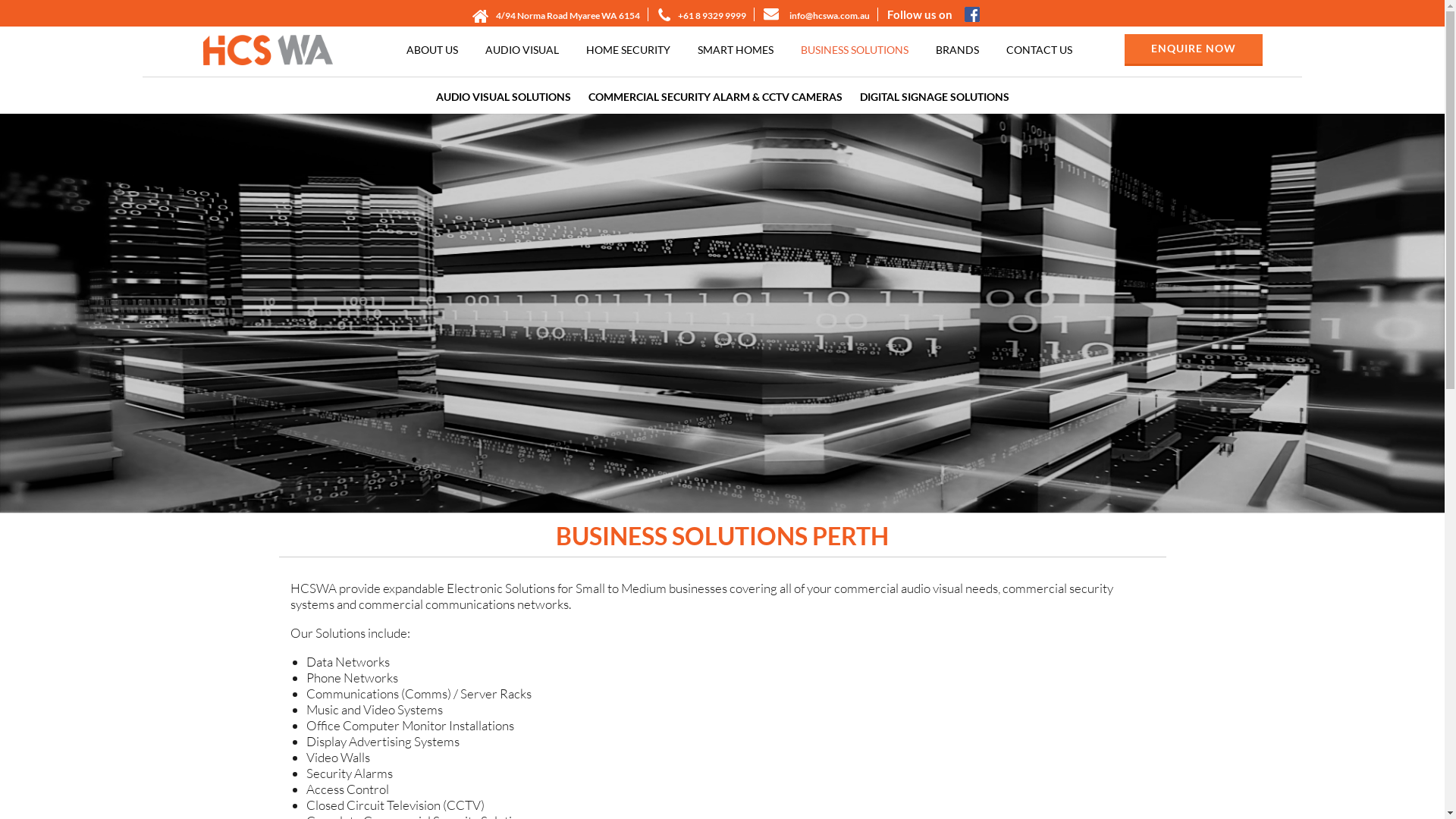  What do you see at coordinates (676, 15) in the screenshot?
I see `'+61 8 9329 9999'` at bounding box center [676, 15].